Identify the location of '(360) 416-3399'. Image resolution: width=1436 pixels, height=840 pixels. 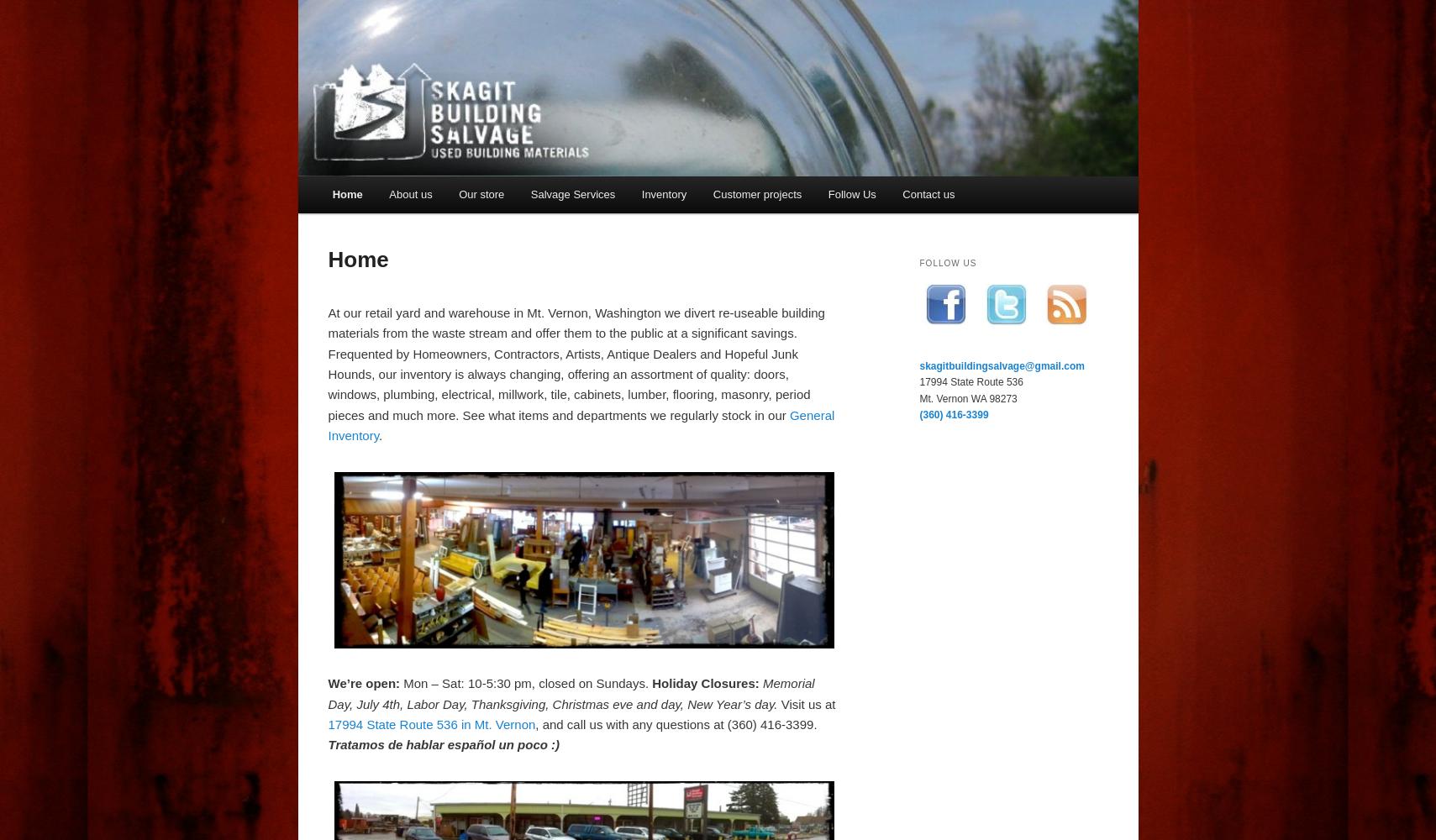
(953, 414).